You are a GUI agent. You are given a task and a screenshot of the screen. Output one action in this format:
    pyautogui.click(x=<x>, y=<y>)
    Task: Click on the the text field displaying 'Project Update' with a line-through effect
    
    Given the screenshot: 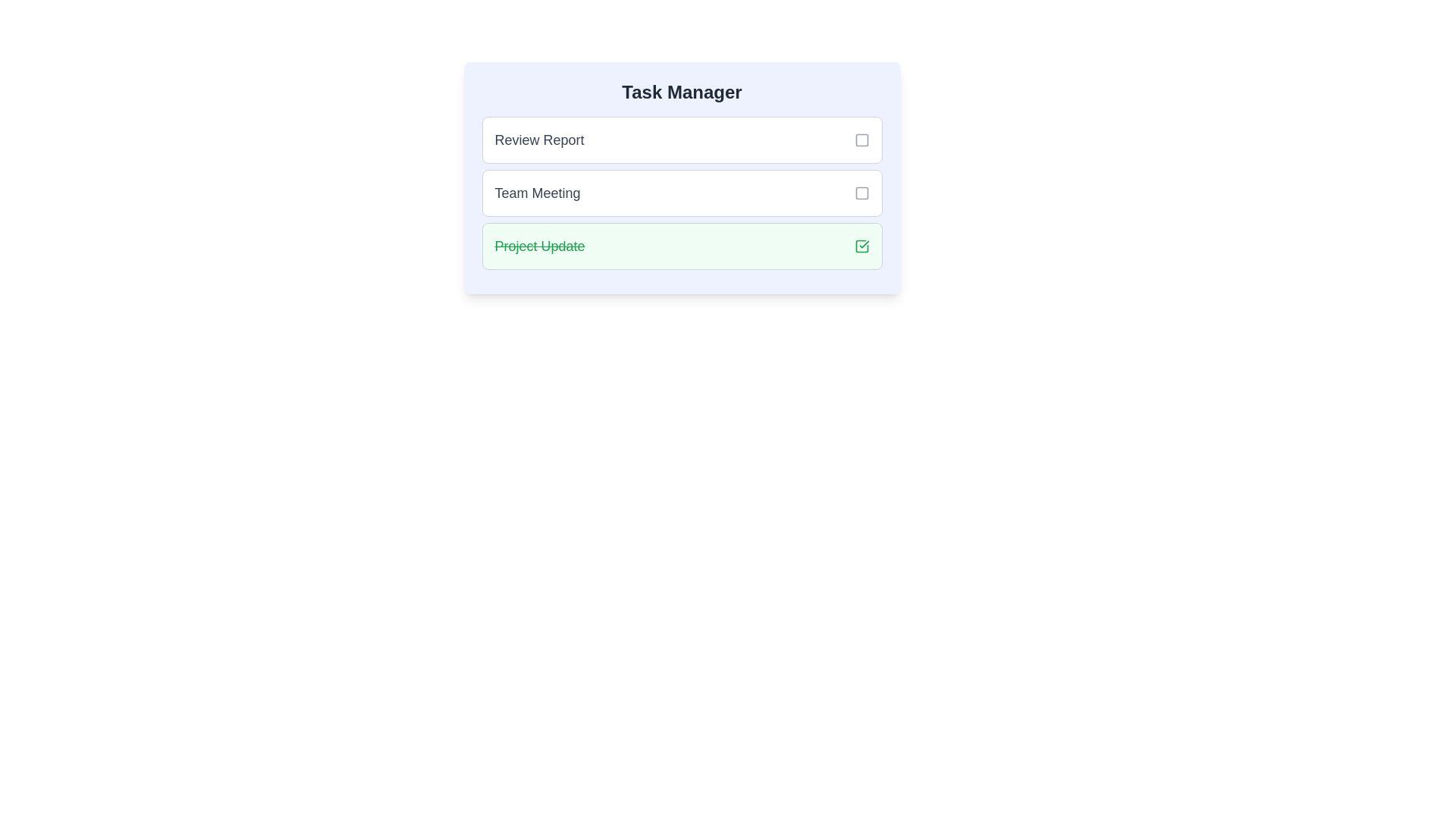 What is the action you would take?
    pyautogui.click(x=540, y=245)
    